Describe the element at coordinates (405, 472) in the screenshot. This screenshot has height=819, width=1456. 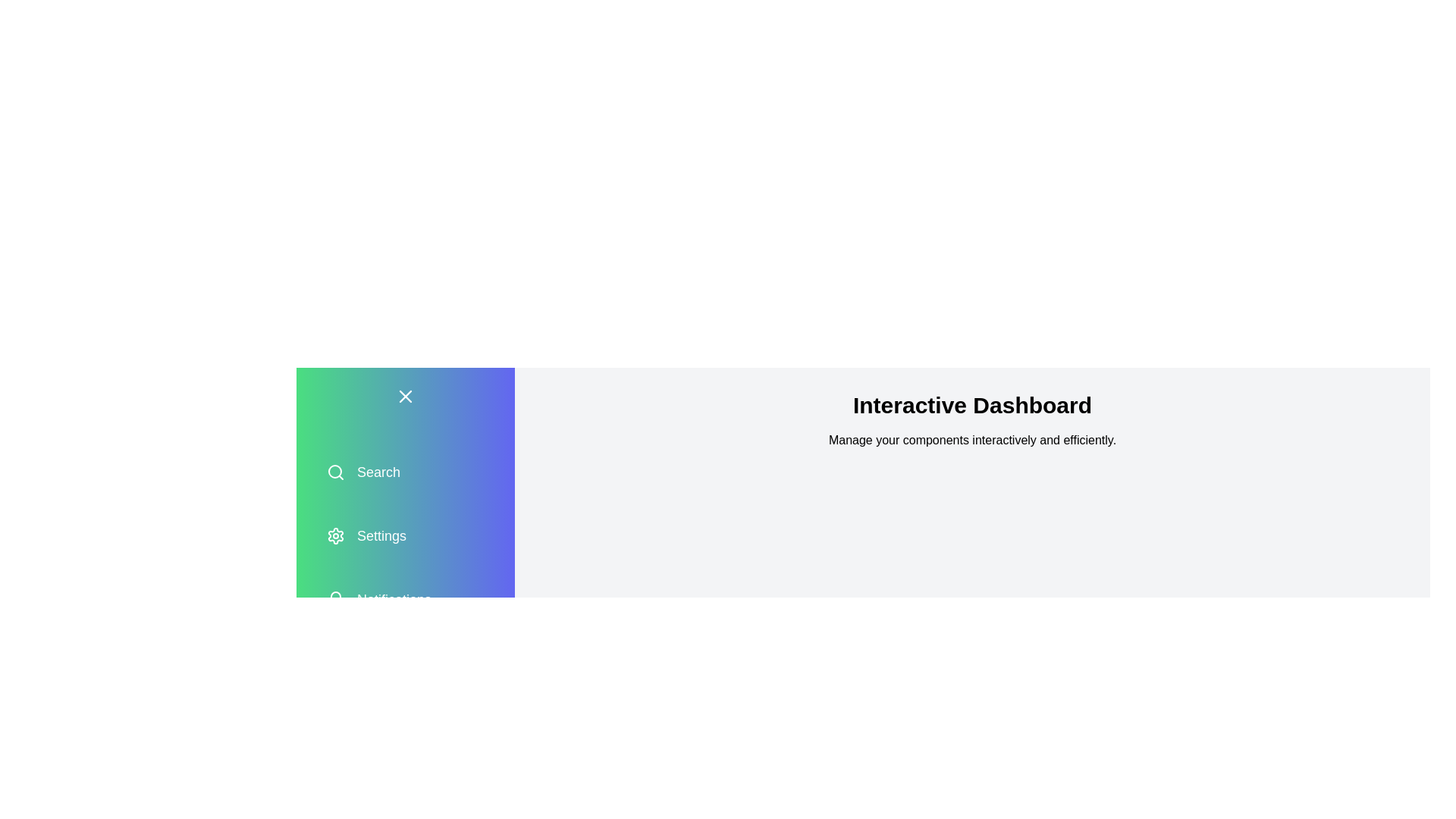
I see `the menu option Search in the drawer` at that location.